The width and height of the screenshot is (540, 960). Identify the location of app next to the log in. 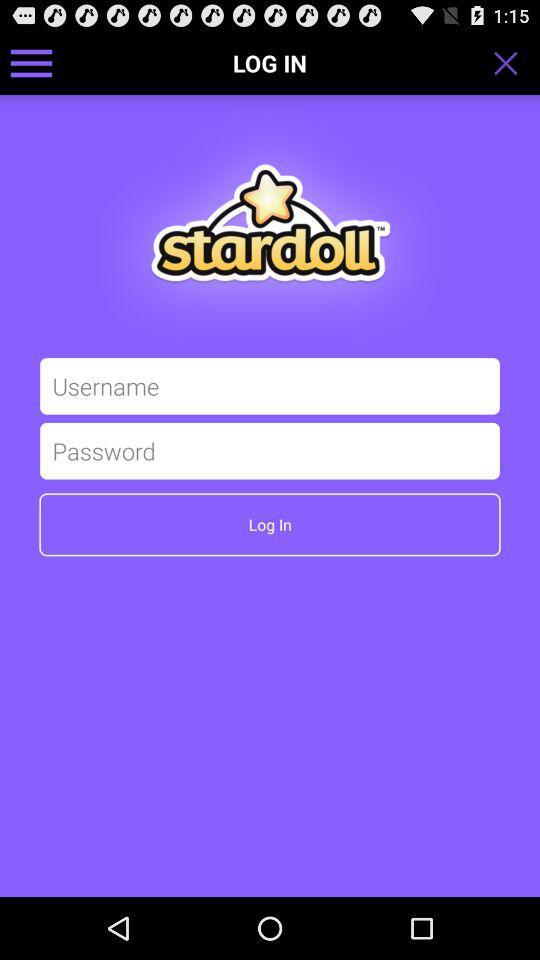
(512, 62).